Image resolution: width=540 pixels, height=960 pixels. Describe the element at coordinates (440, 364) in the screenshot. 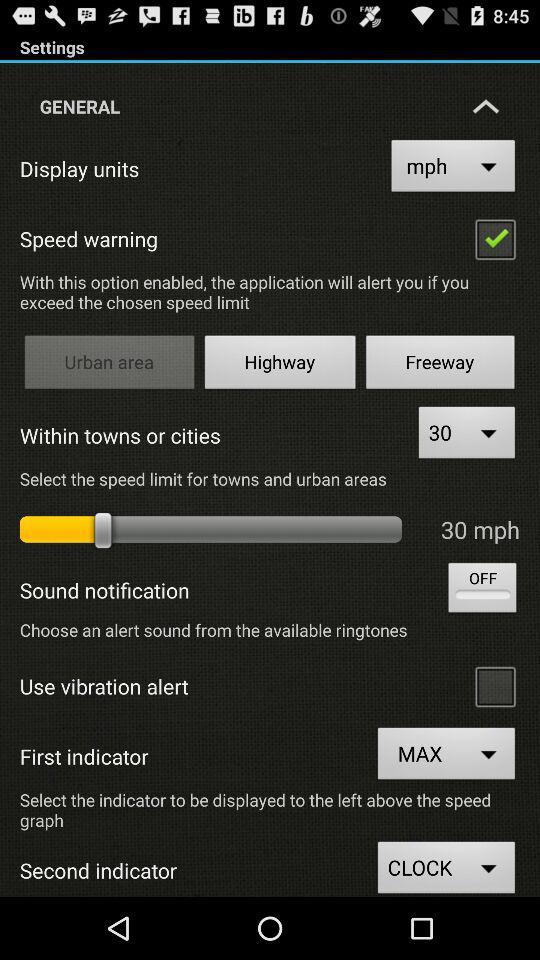

I see `tap on freeway` at that location.